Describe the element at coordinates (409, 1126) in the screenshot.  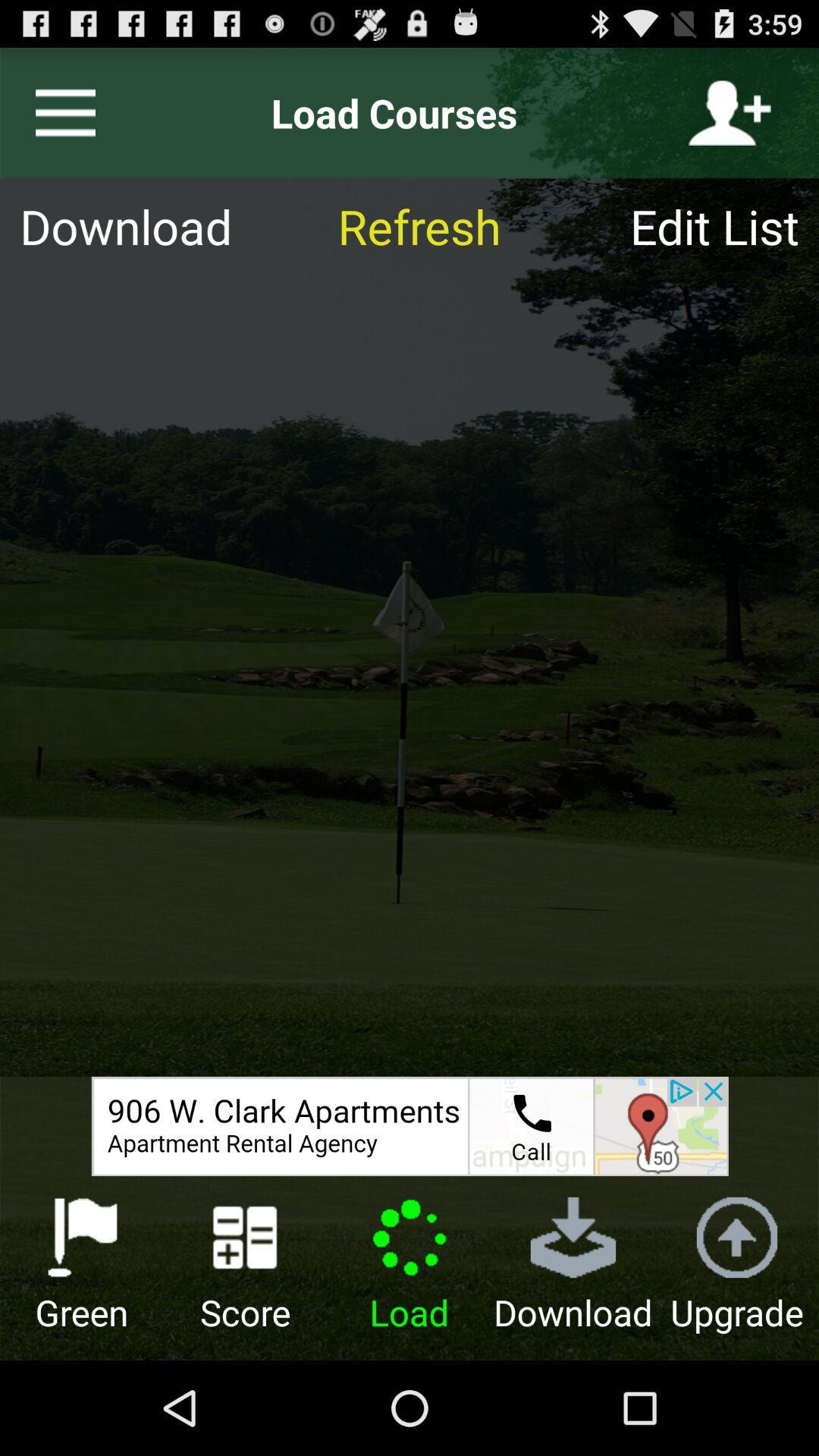
I see `advertisement` at that location.